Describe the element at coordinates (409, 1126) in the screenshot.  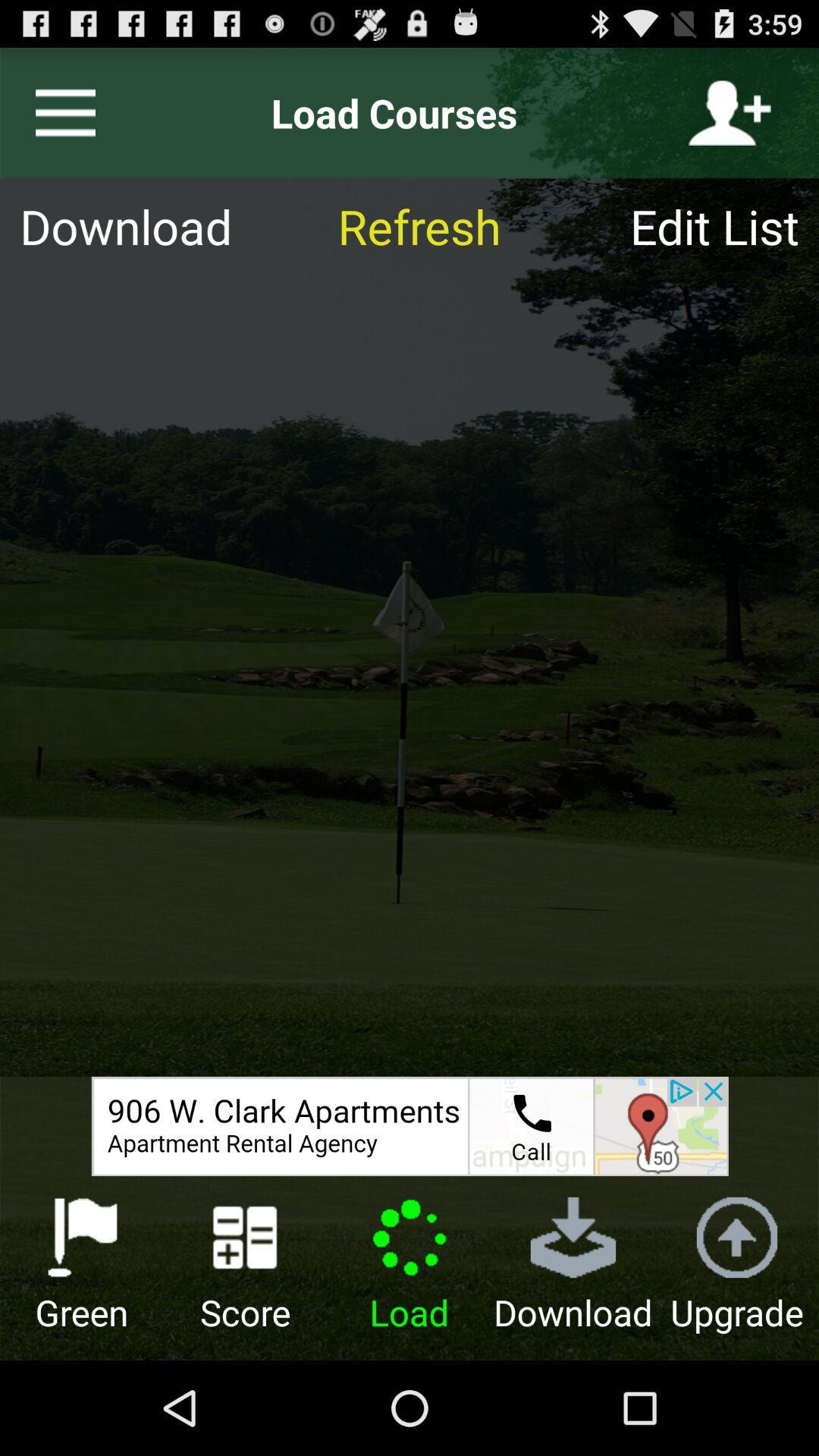
I see `advertisement` at that location.